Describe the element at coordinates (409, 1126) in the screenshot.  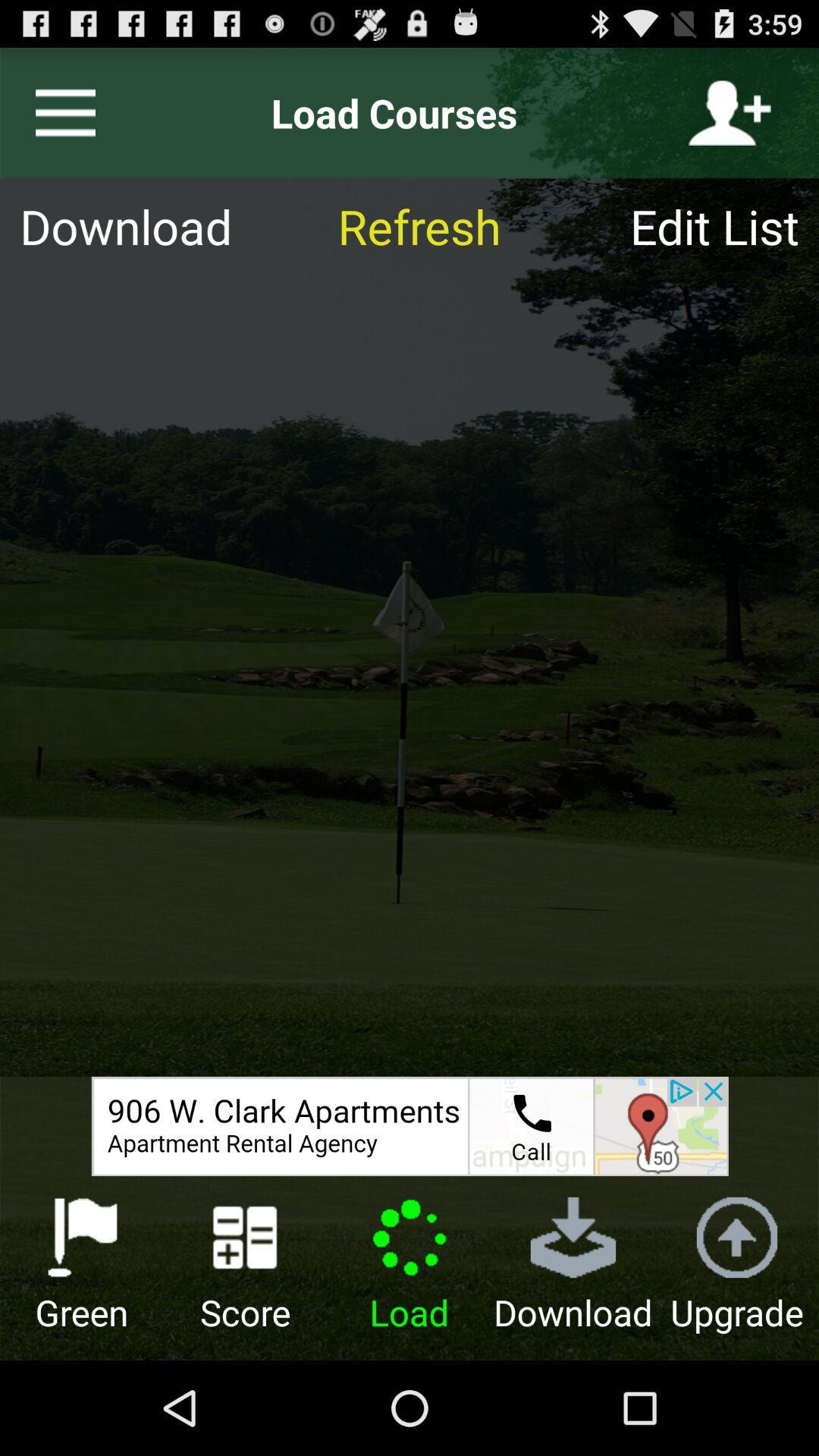
I see `advertisement` at that location.